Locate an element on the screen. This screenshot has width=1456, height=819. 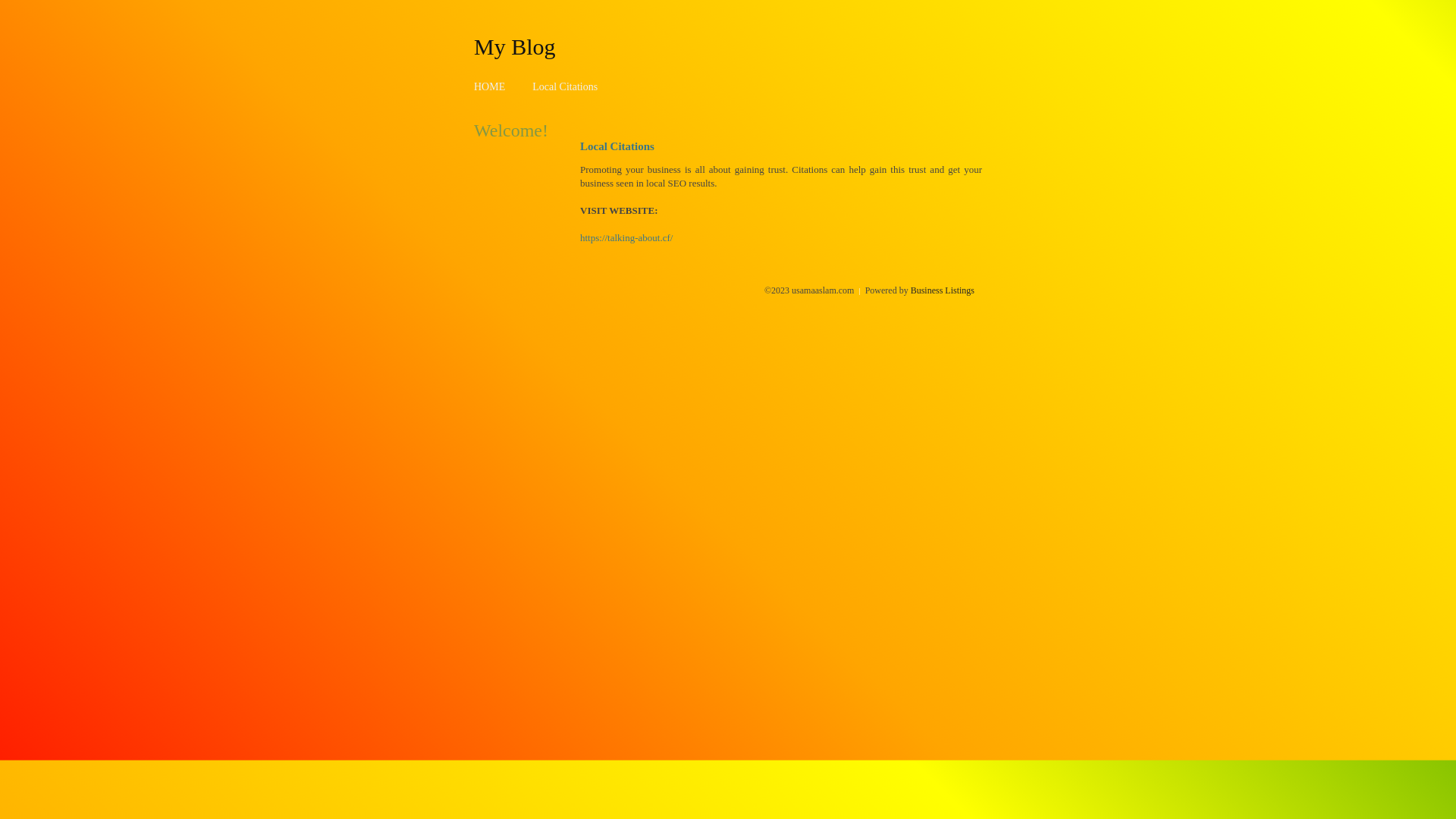
'My Blog' is located at coordinates (472, 45).